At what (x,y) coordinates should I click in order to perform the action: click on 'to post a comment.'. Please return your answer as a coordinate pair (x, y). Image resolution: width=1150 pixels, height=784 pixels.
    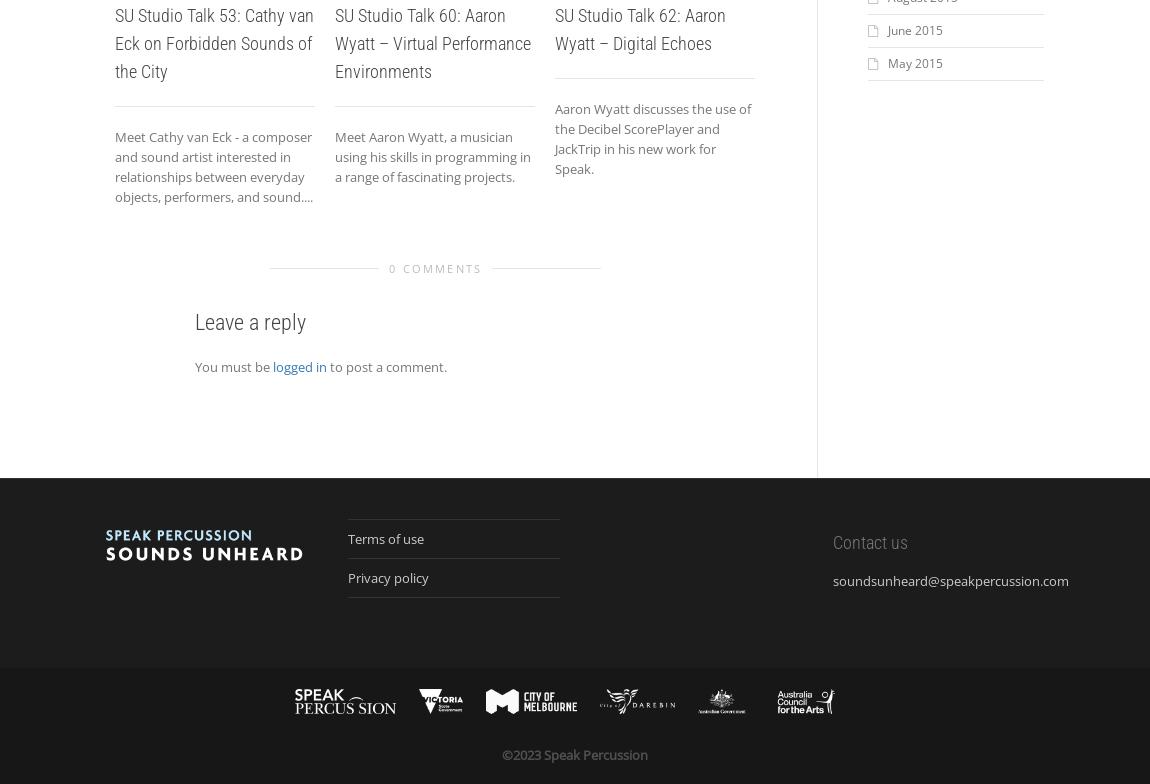
    Looking at the image, I should click on (326, 366).